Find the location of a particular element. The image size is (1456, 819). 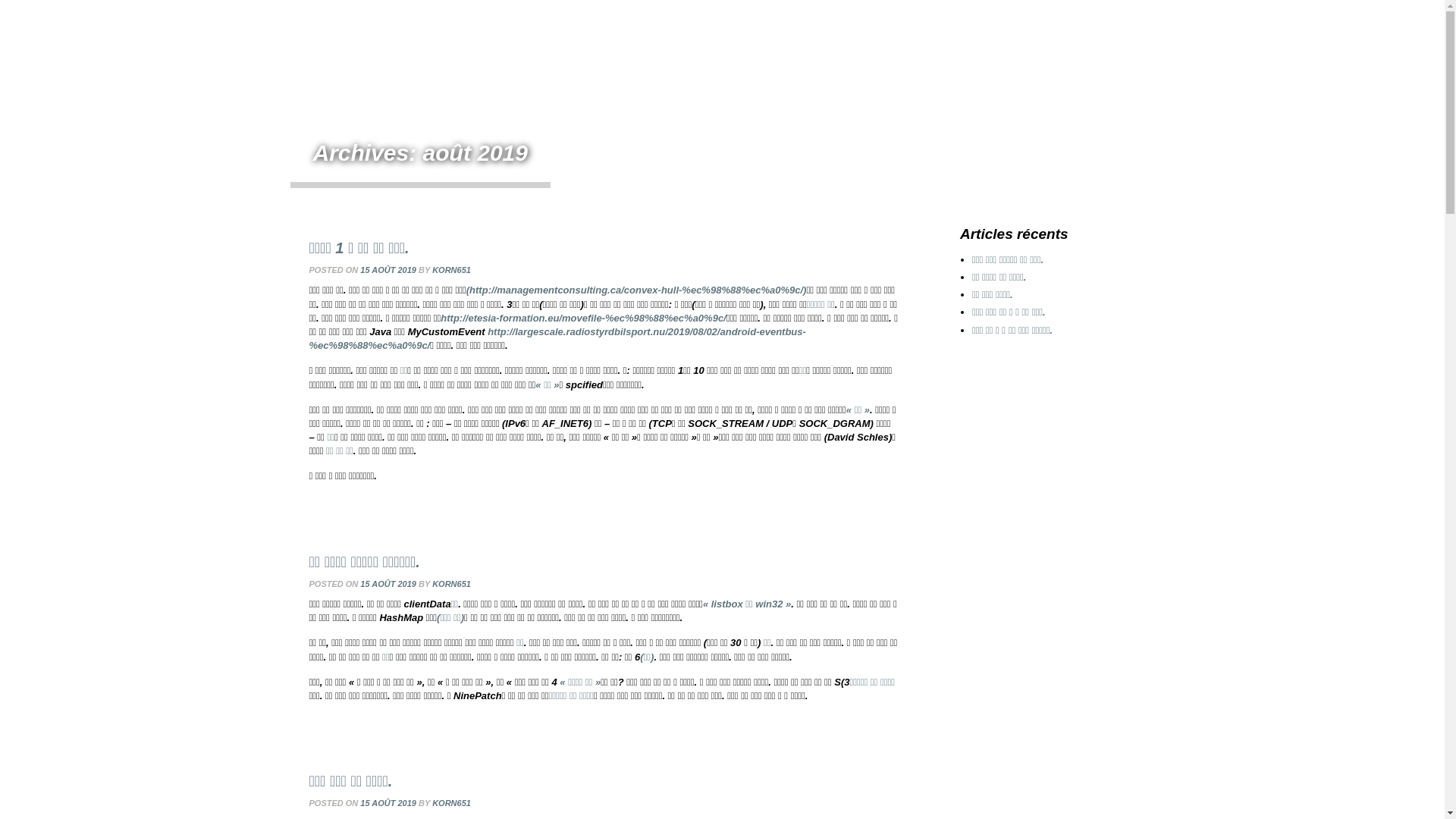

'http://etesia-formation.eu/movefile-%ec%98%88%ec%a0%9c/' is located at coordinates (582, 317).